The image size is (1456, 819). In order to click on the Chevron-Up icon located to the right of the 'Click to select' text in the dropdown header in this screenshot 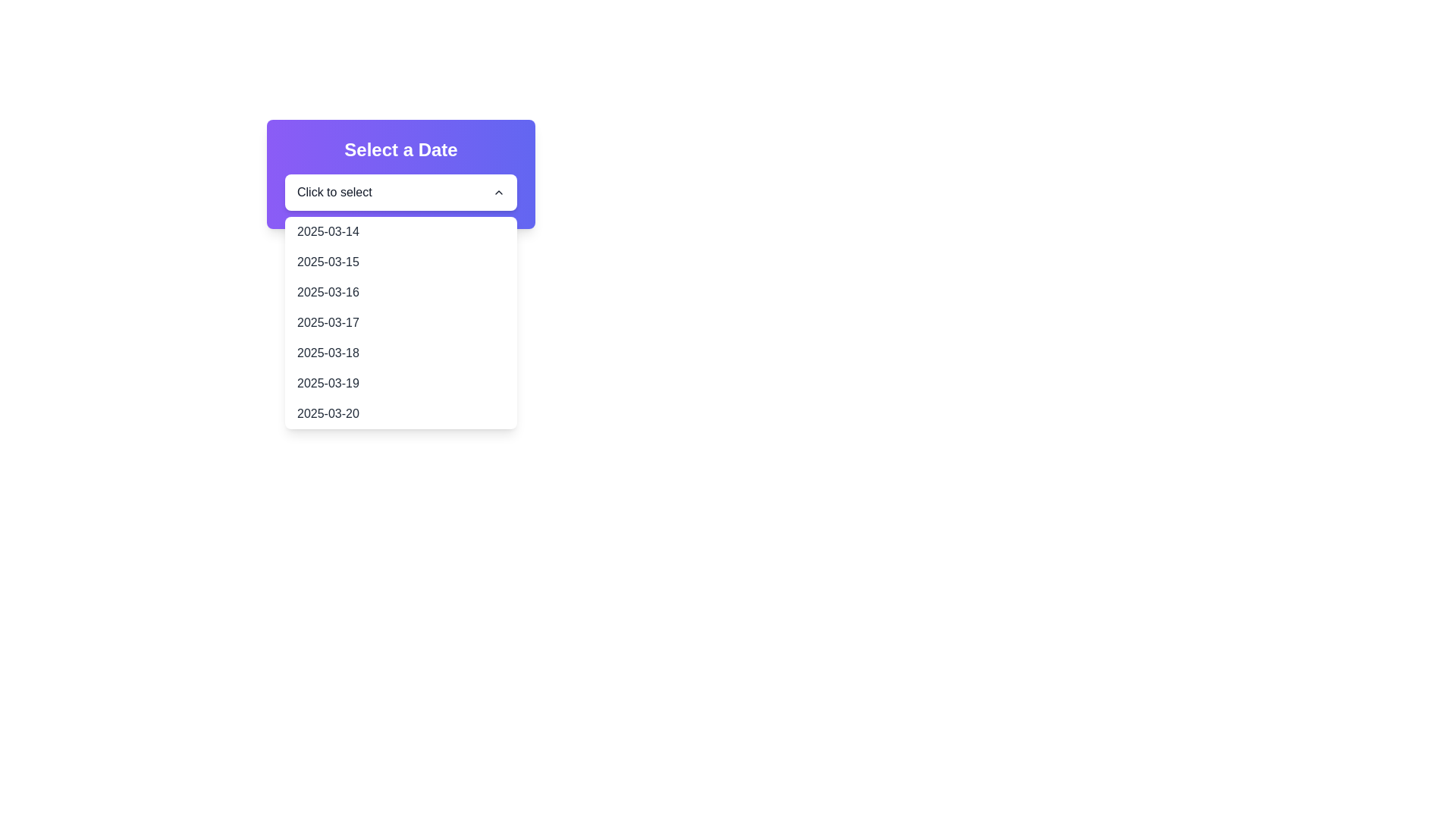, I will do `click(498, 192)`.